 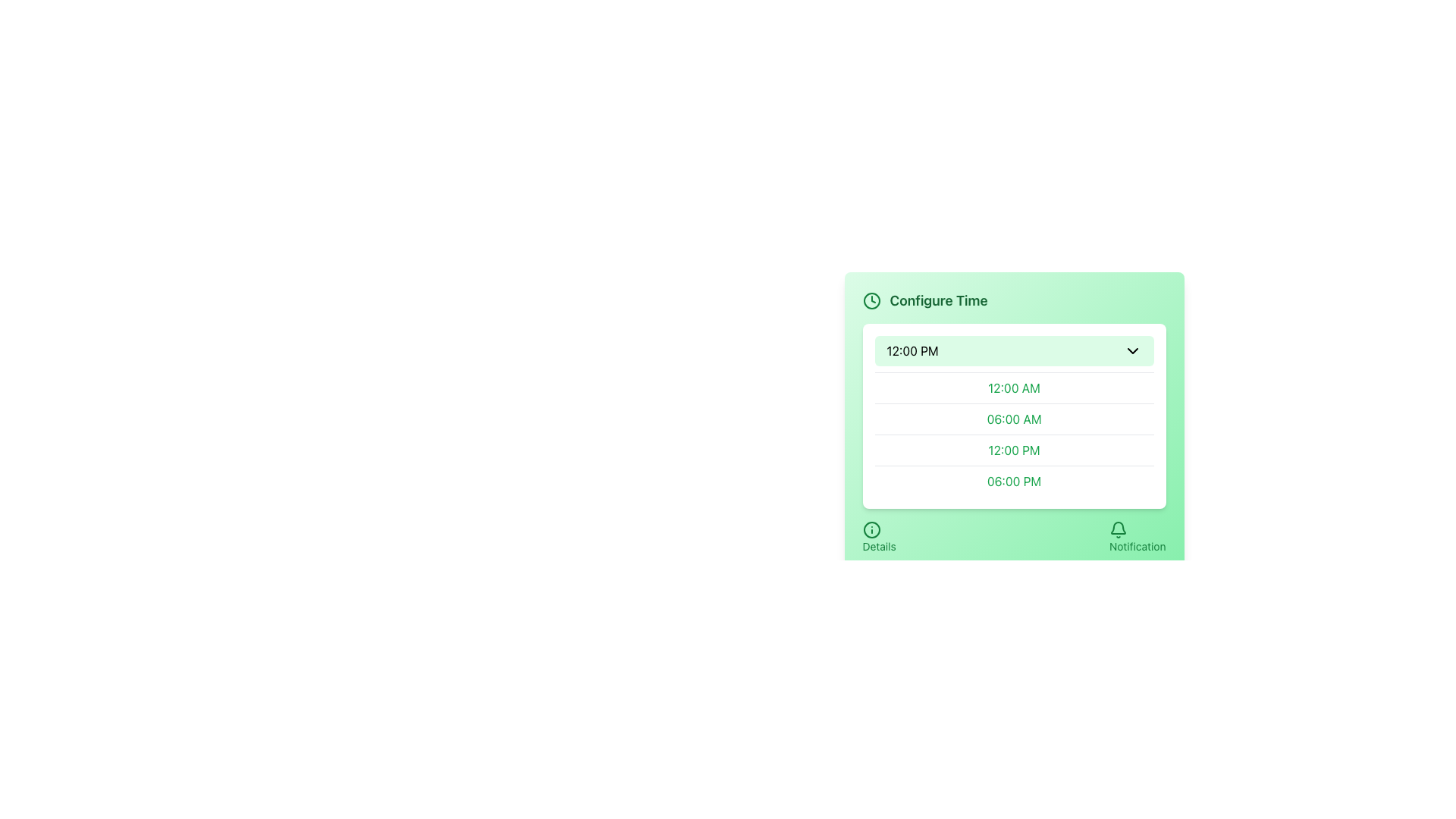 What do you see at coordinates (871, 529) in the screenshot?
I see `the circular icon with a light green interface located in the 'Details' section at the bottom left corner of the panel` at bounding box center [871, 529].